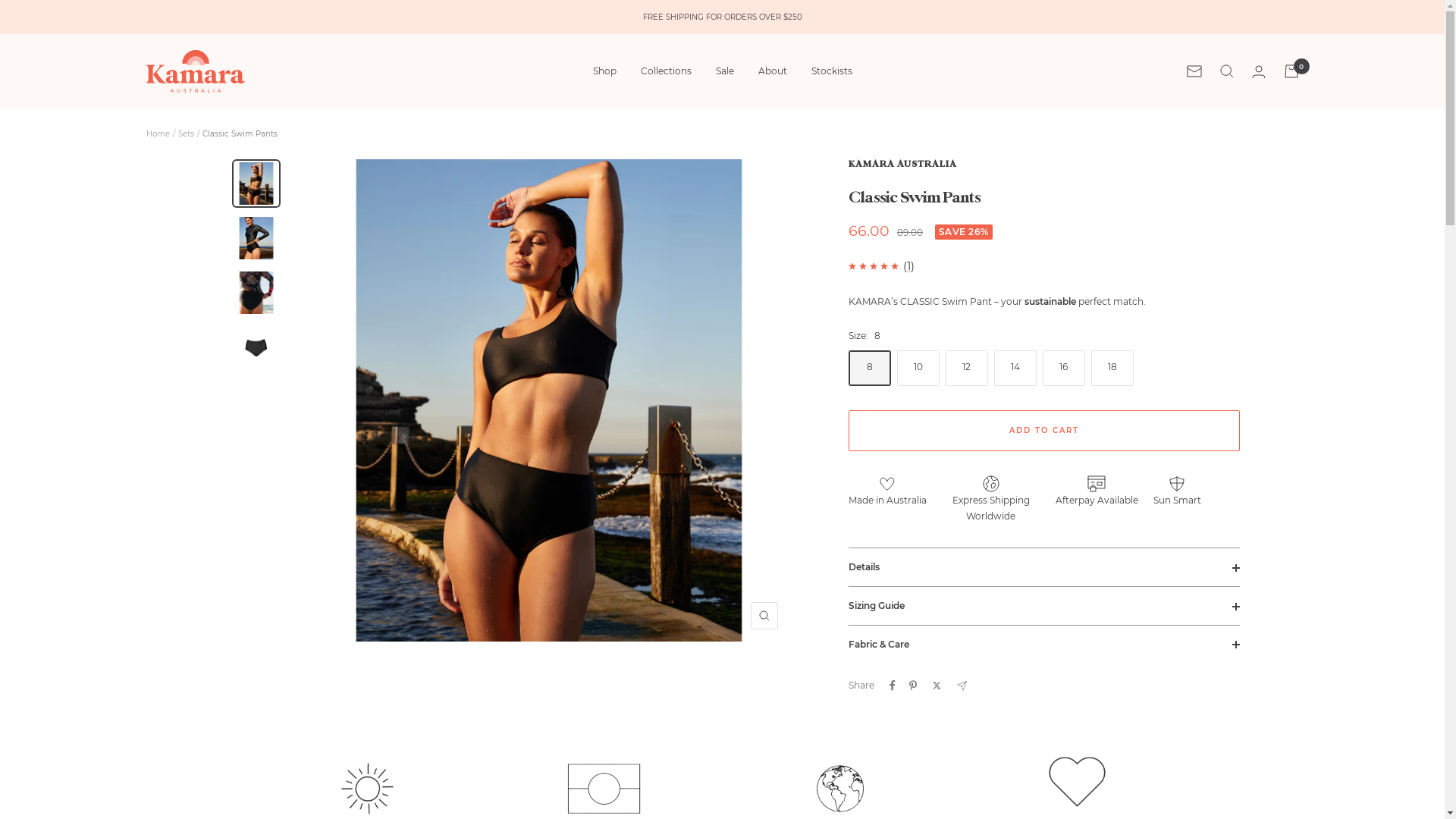 This screenshot has height=819, width=1456. What do you see at coordinates (906, 265) in the screenshot?
I see `'1` at bounding box center [906, 265].